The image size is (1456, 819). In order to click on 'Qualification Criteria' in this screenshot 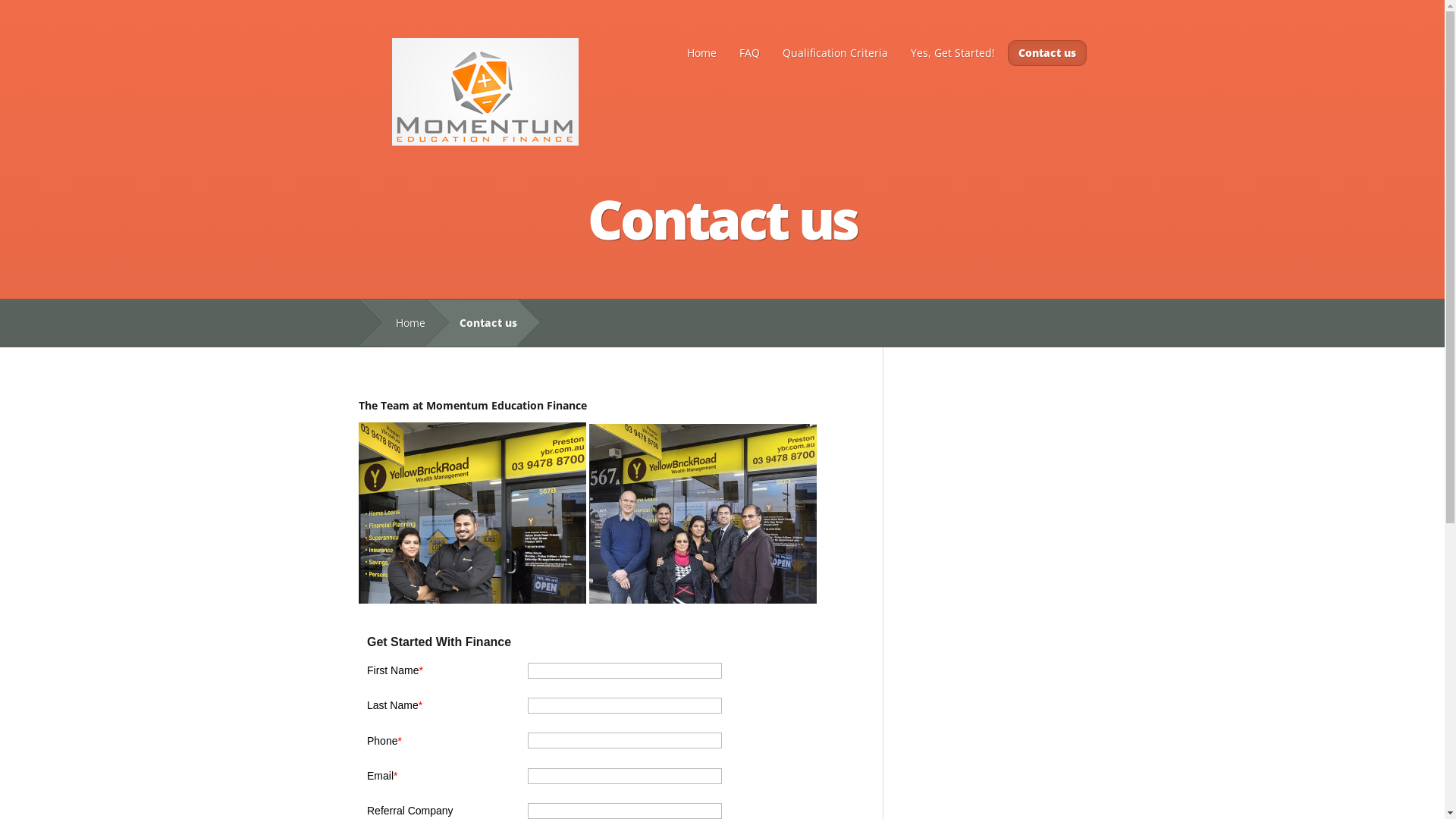, I will do `click(833, 52)`.